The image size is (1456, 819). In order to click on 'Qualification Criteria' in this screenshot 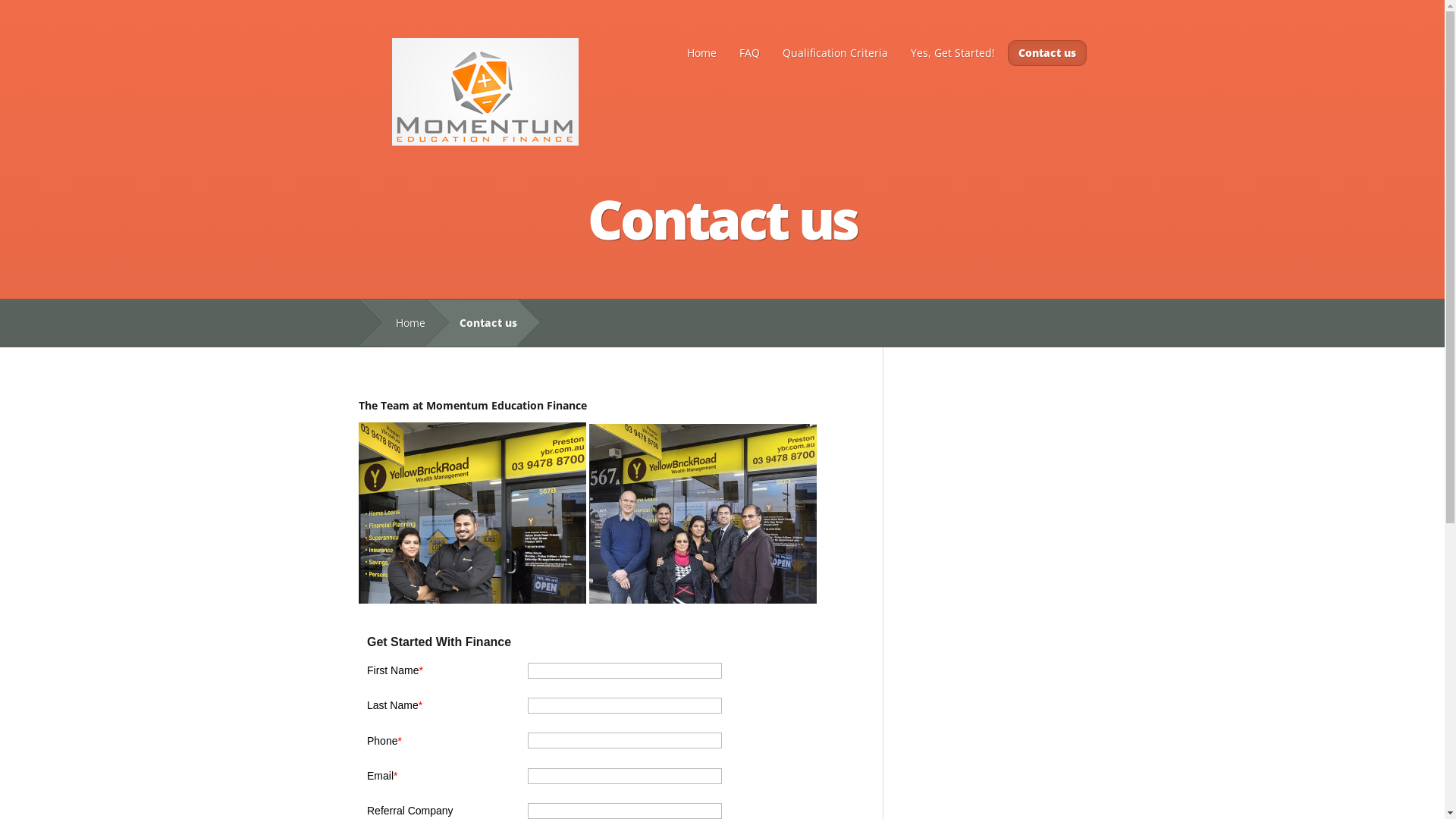, I will do `click(833, 52)`.